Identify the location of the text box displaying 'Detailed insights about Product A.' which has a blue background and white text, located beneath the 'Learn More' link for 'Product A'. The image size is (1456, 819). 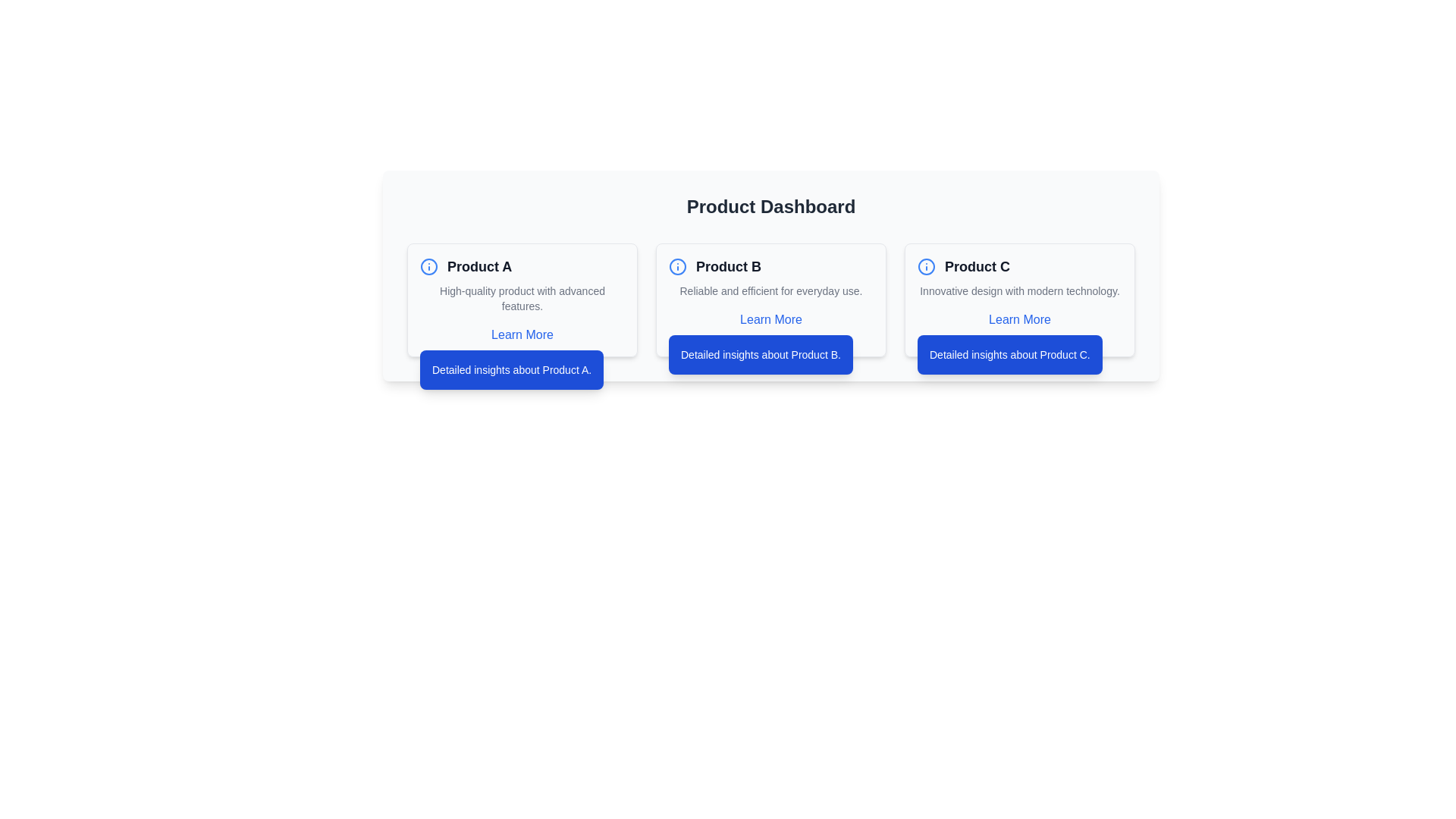
(512, 370).